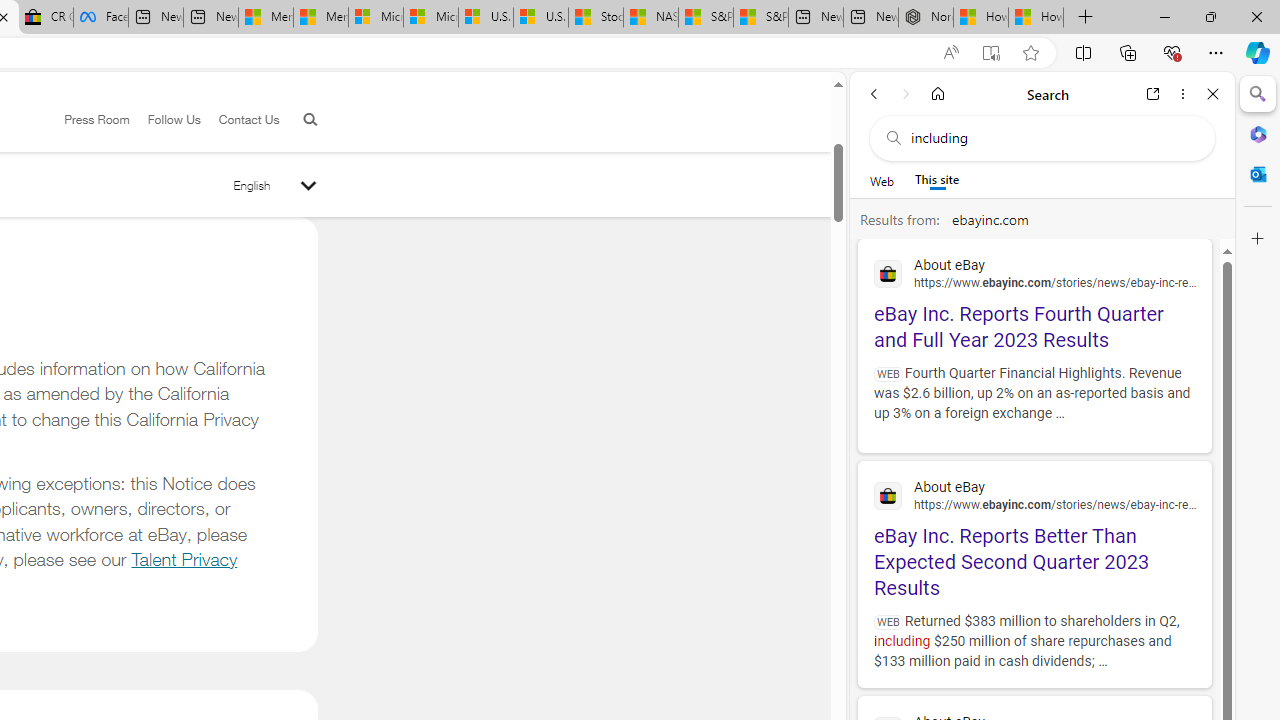  I want to click on 'eBay Inc. Reports Fourth Quarter and Full Year 2023 Results', so click(1034, 301).